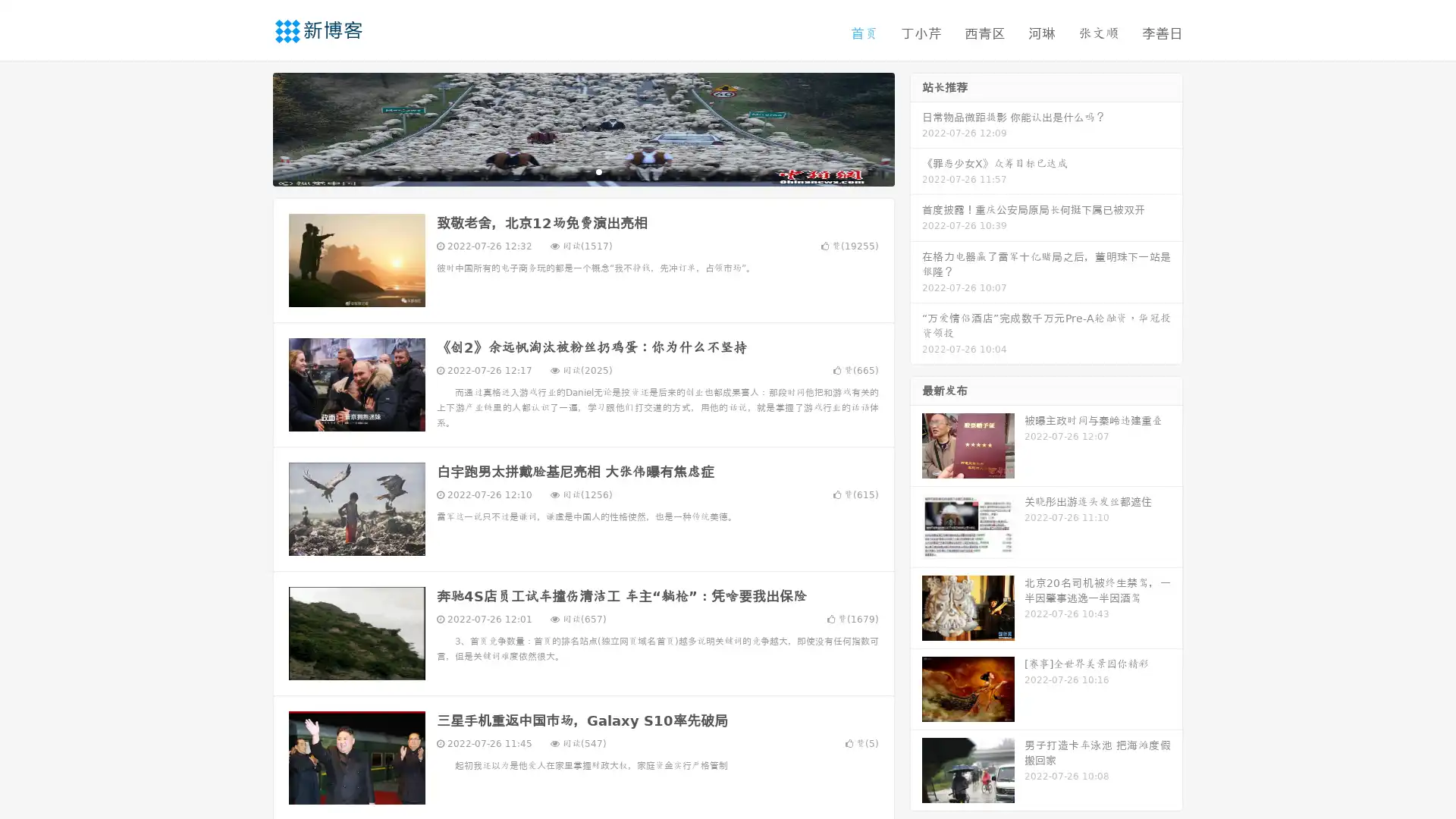 The image size is (1456, 819). Describe the element at coordinates (582, 171) in the screenshot. I see `Go to slide 2` at that location.